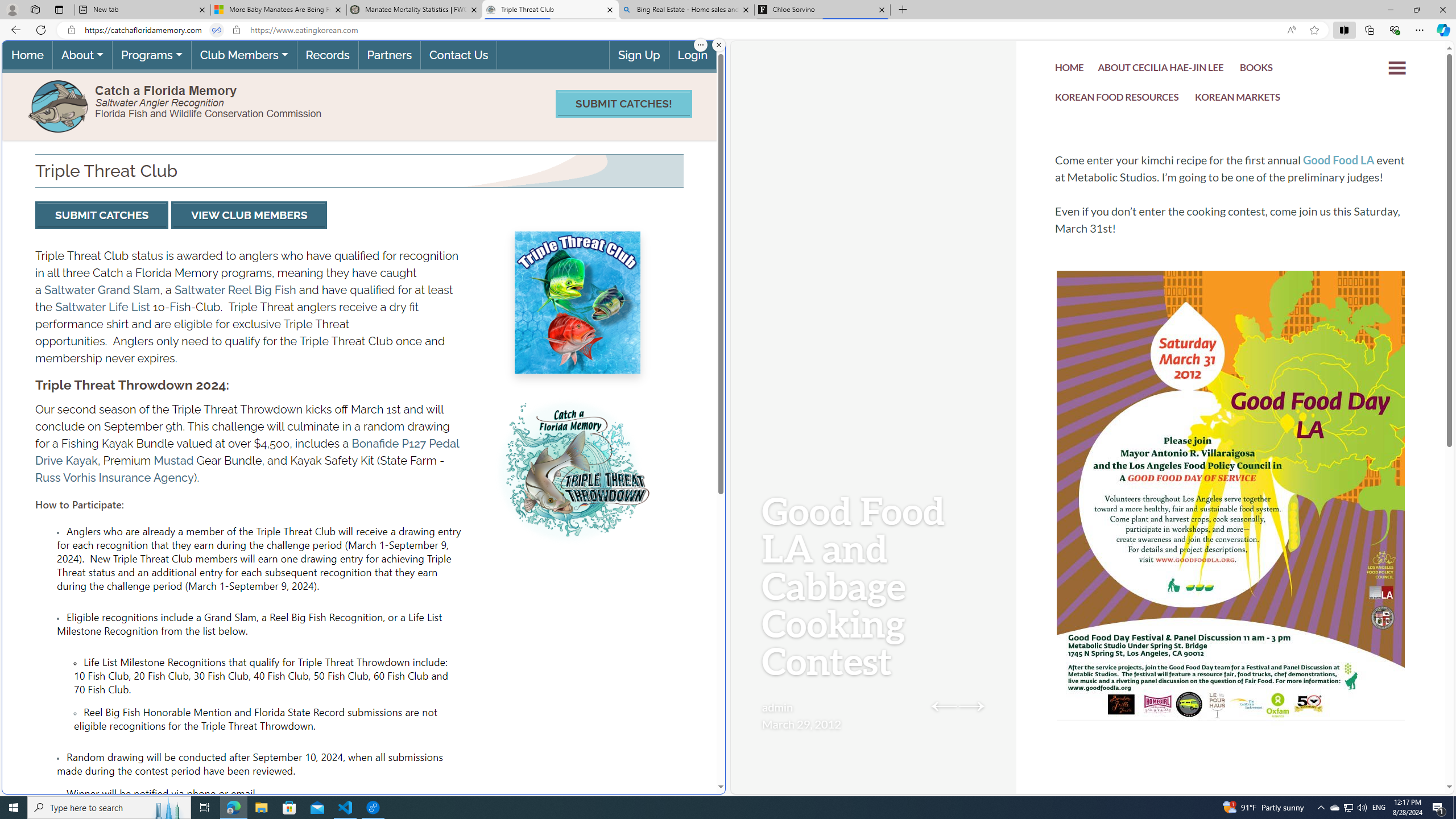 Image resolution: width=1456 pixels, height=819 pixels. Describe the element at coordinates (11, 9) in the screenshot. I see `'Personal Profile'` at that location.